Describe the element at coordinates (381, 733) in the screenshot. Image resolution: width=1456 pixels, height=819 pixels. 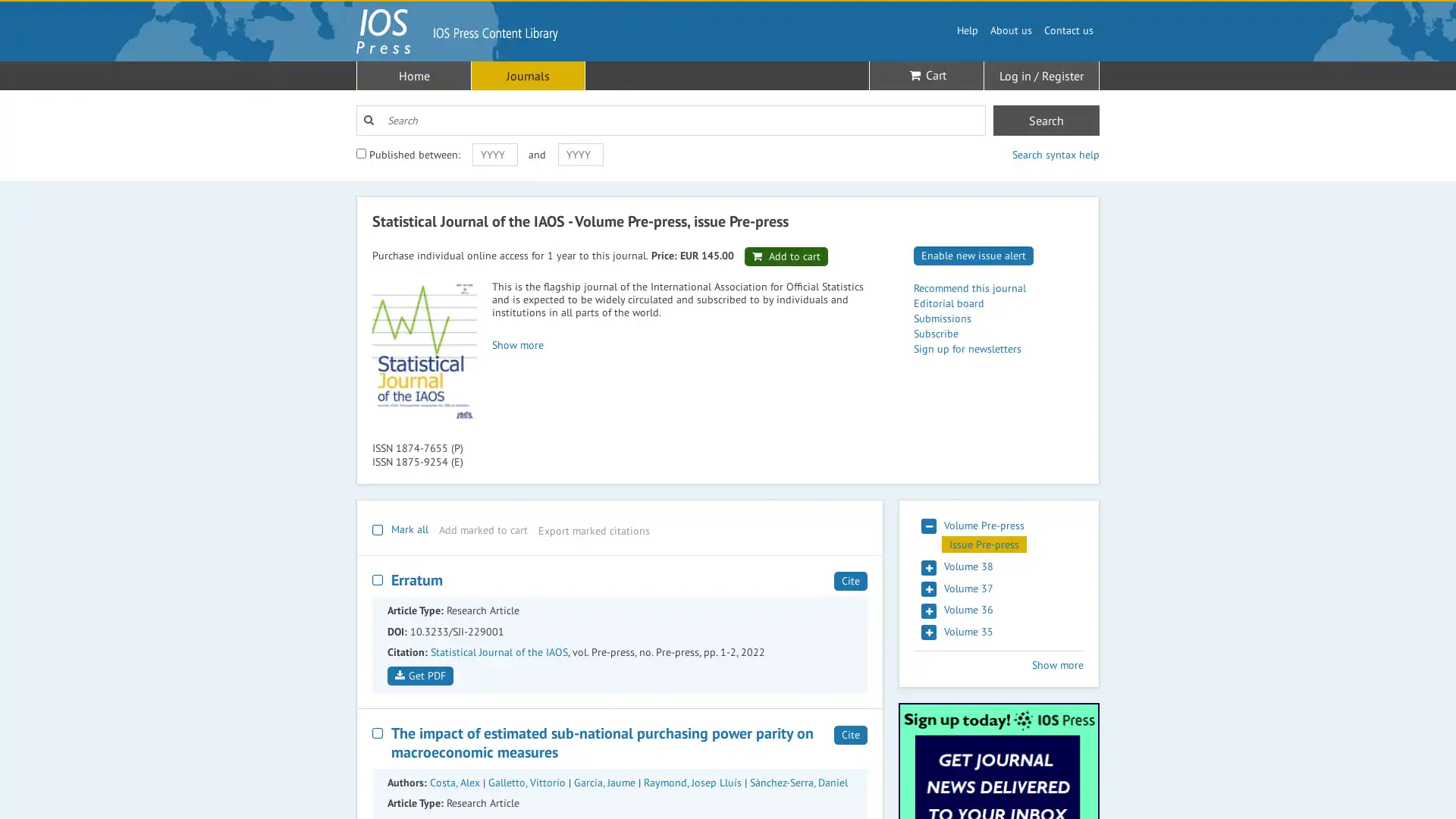
I see `Select this result for bulk action` at that location.